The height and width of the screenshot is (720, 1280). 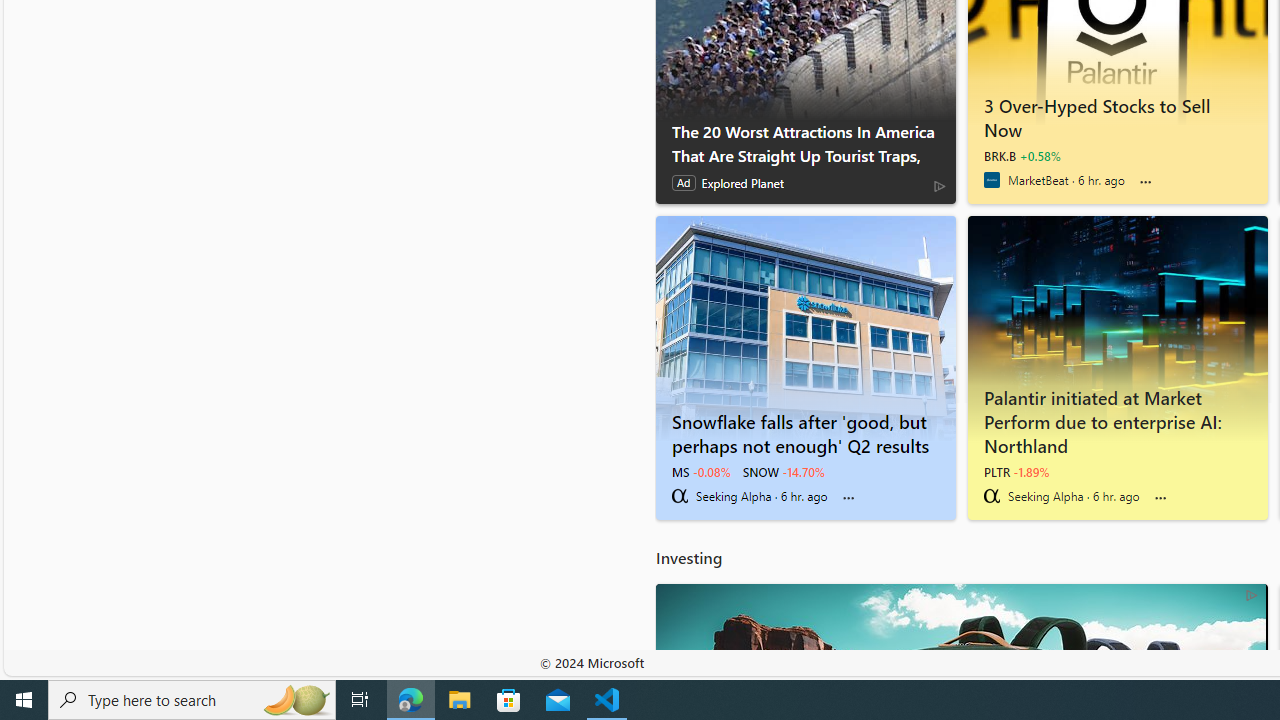 What do you see at coordinates (991, 495) in the screenshot?
I see `'Seeking Alpha'` at bounding box center [991, 495].